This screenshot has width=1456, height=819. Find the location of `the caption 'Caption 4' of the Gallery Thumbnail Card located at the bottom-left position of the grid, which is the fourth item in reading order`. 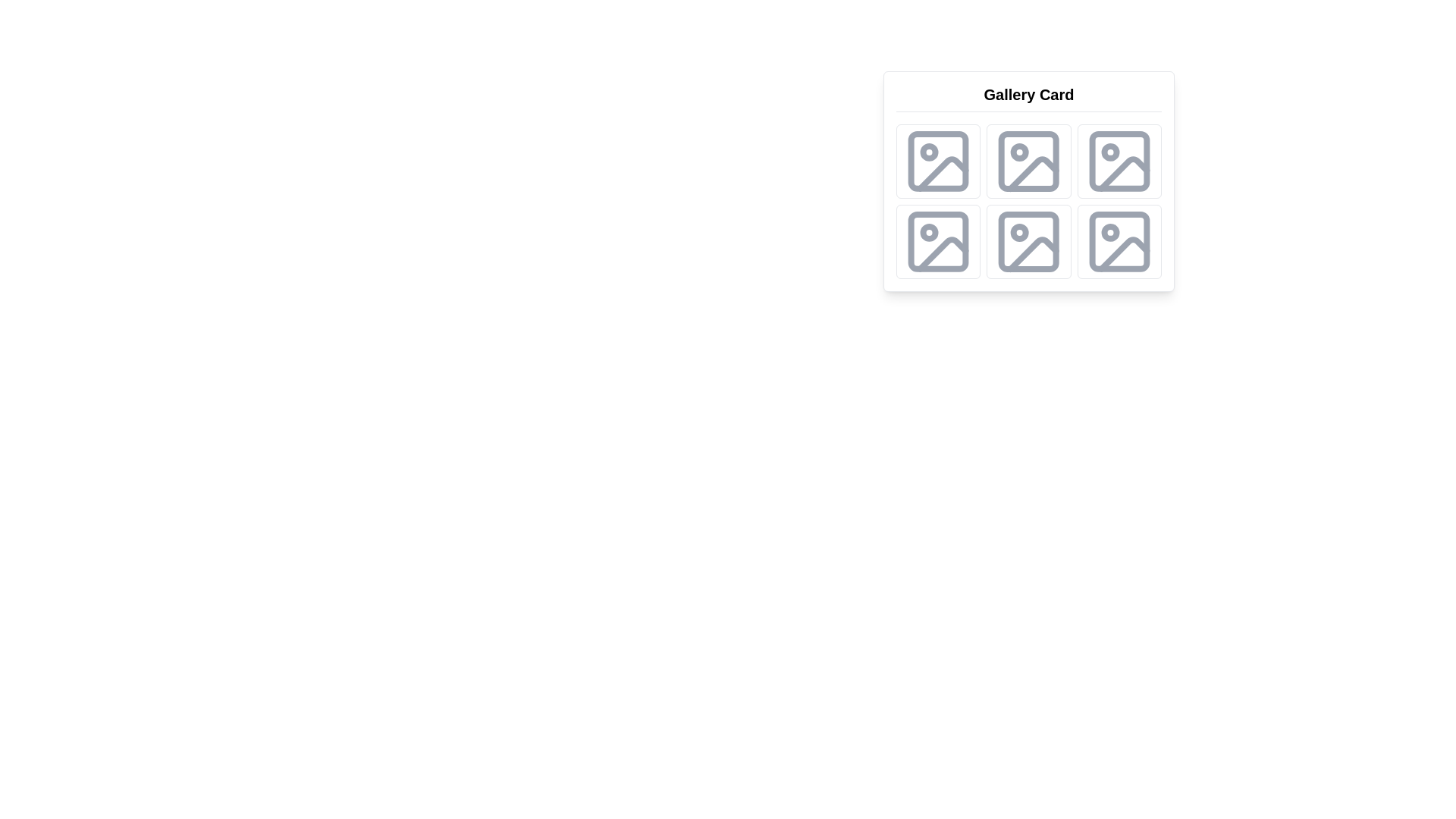

the caption 'Caption 4' of the Gallery Thumbnail Card located at the bottom-left position of the grid, which is the fourth item in reading order is located at coordinates (937, 241).